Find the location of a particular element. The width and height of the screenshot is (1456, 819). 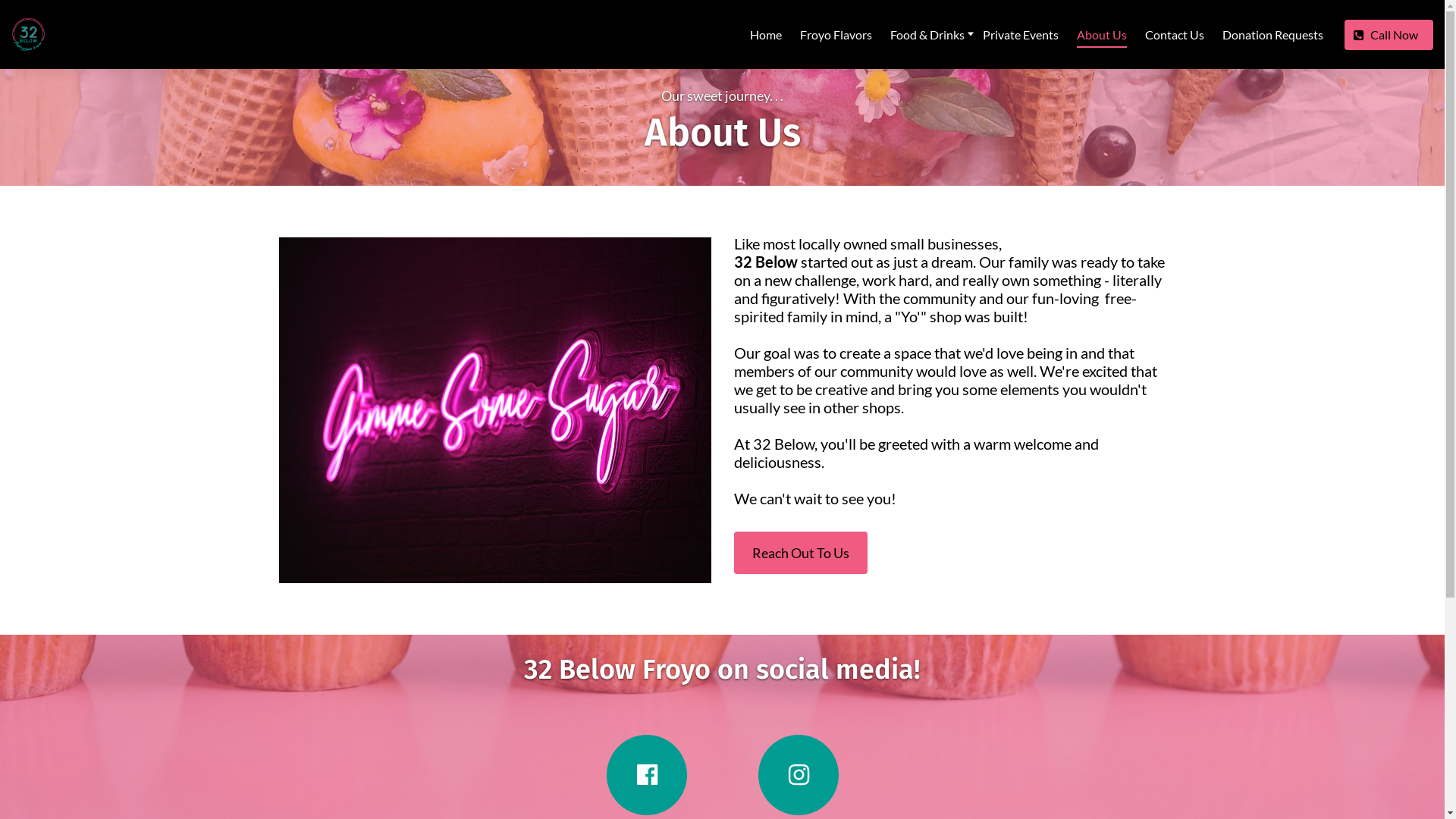

'Call Now' is located at coordinates (1344, 34).